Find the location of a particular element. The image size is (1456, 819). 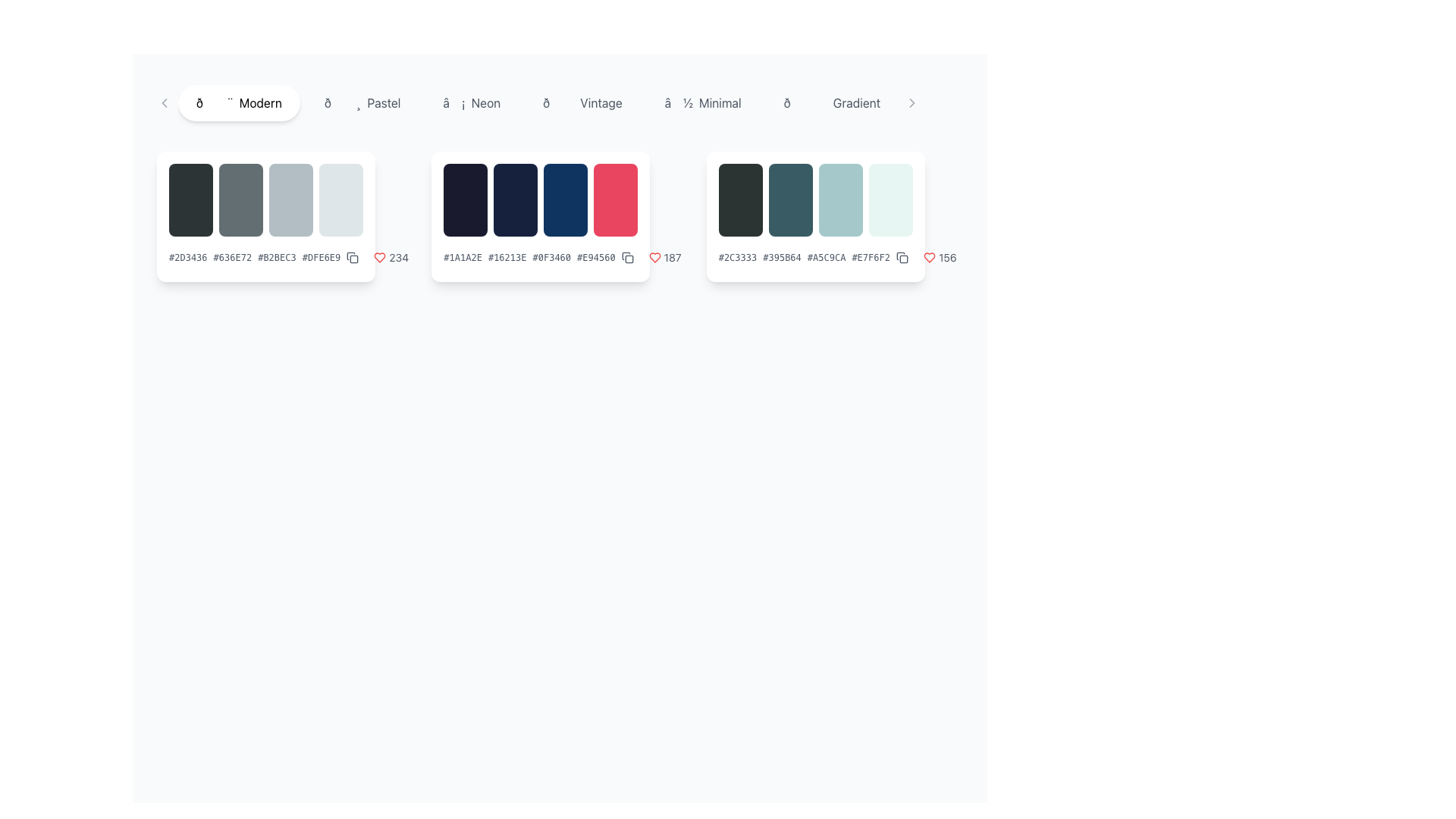

the text content of the Text label displaying the hexadecimal code '#0F3460', which is the third item in a row of hexadecimal color codes within the middle card of the second row of the grid layout is located at coordinates (551, 256).